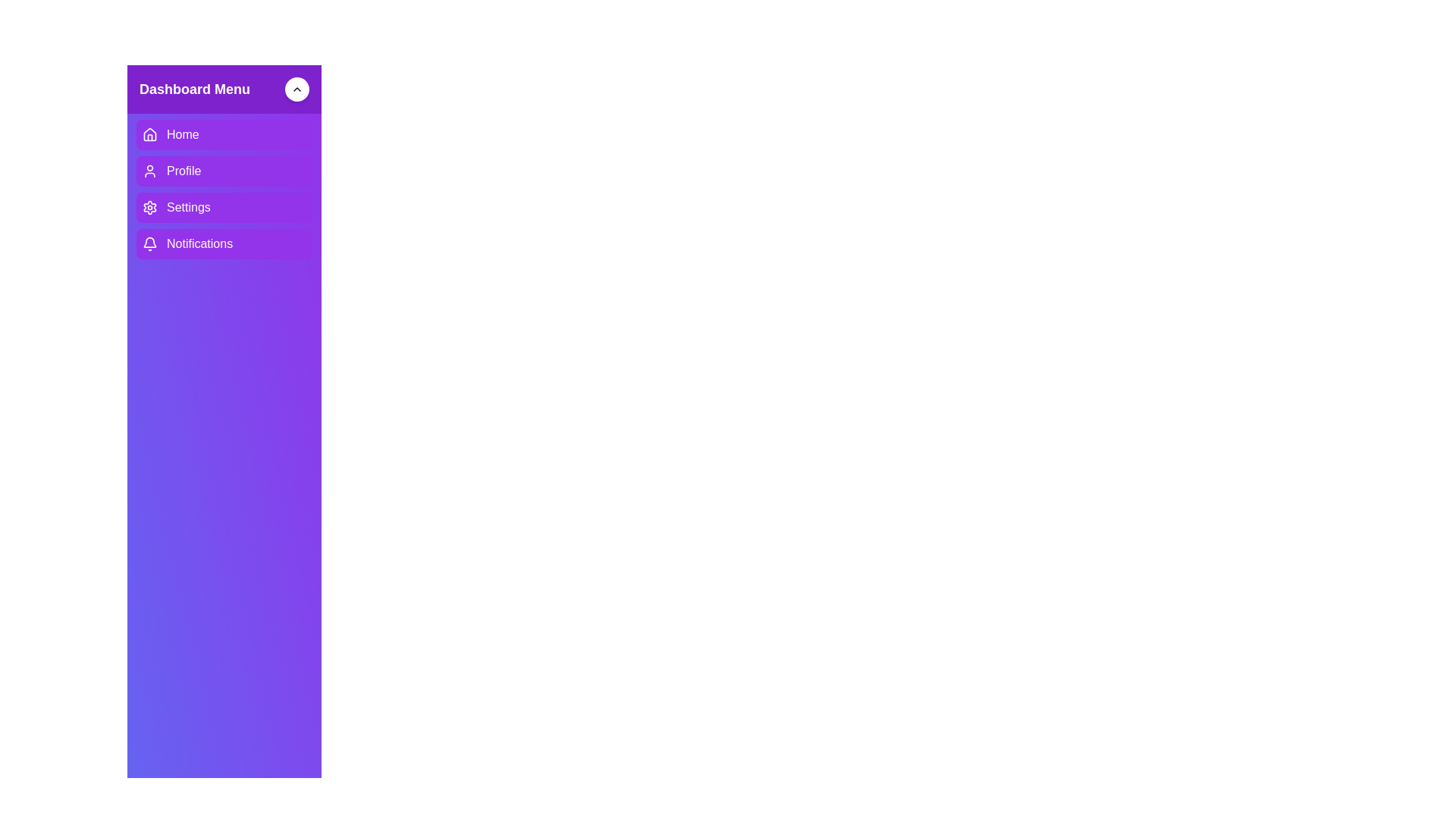 This screenshot has width=1456, height=819. I want to click on the bell icon next to the 'Notifications' label, which is located within a purple rounded rectangle in the lower section of the vertical dashboard menu, so click(149, 243).